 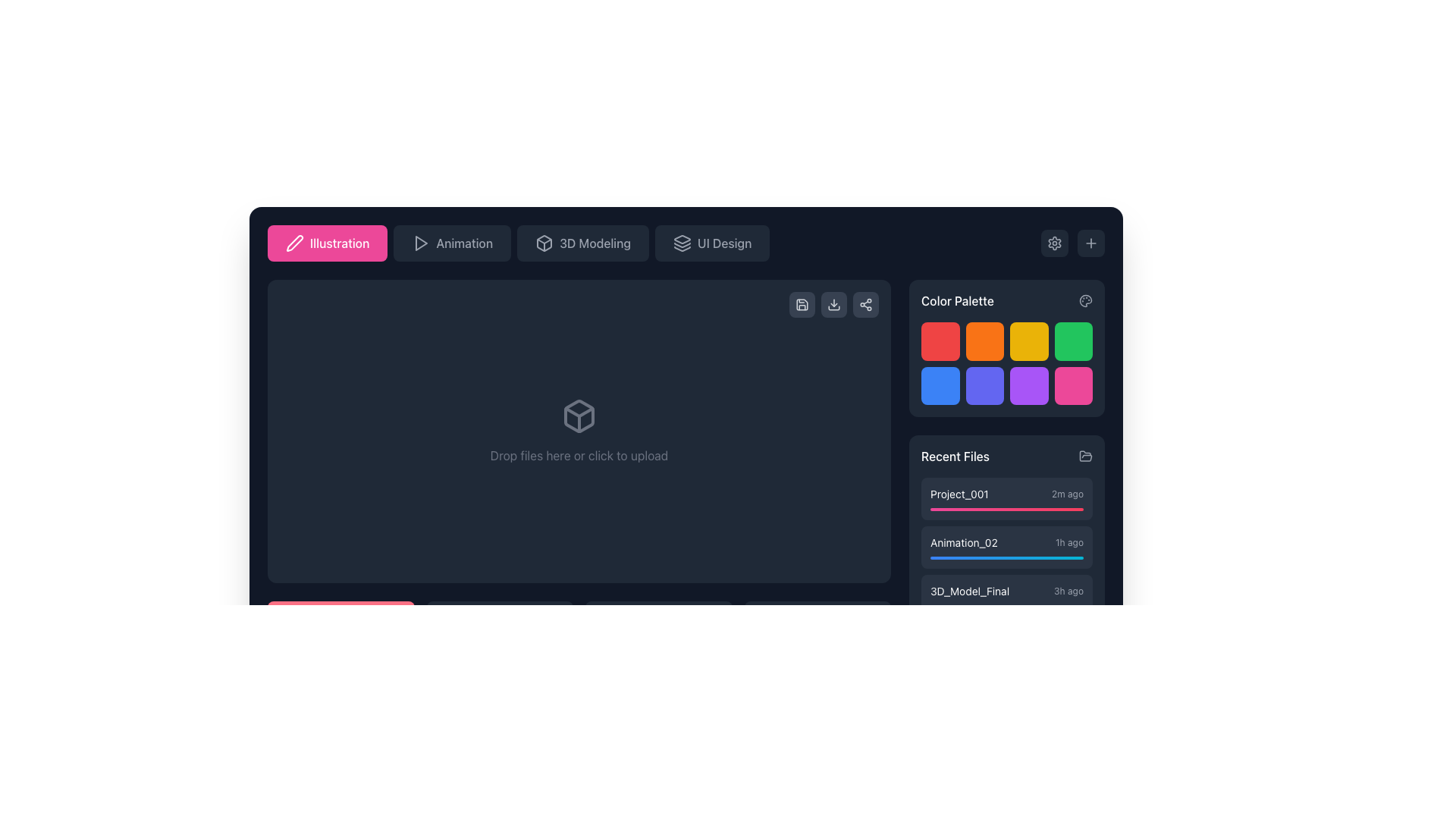 I want to click on the middle download icon button, which is styled with a rounded background and a hover effect, so click(x=833, y=304).